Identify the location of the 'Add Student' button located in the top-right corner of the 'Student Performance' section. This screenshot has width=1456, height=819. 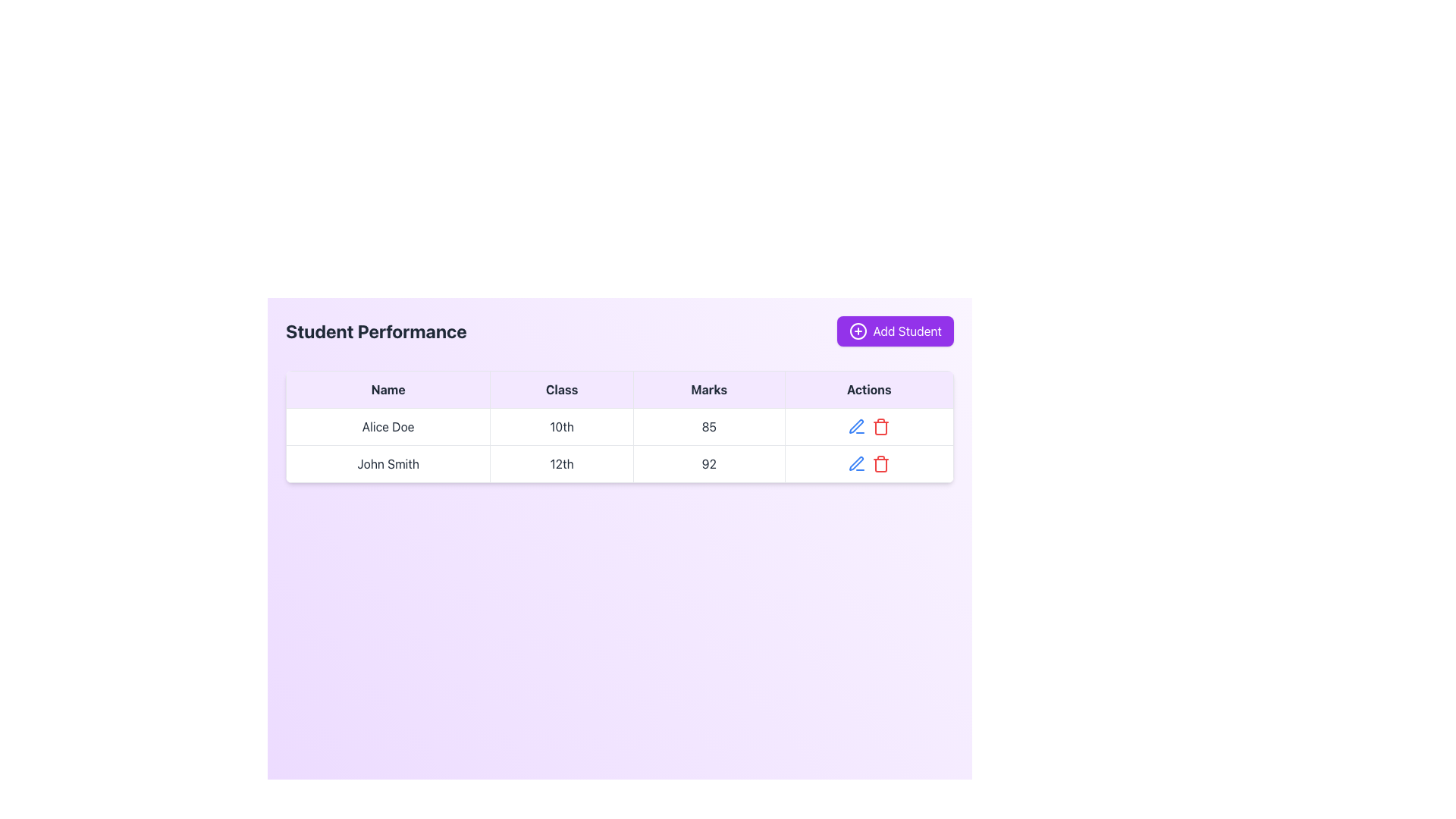
(895, 330).